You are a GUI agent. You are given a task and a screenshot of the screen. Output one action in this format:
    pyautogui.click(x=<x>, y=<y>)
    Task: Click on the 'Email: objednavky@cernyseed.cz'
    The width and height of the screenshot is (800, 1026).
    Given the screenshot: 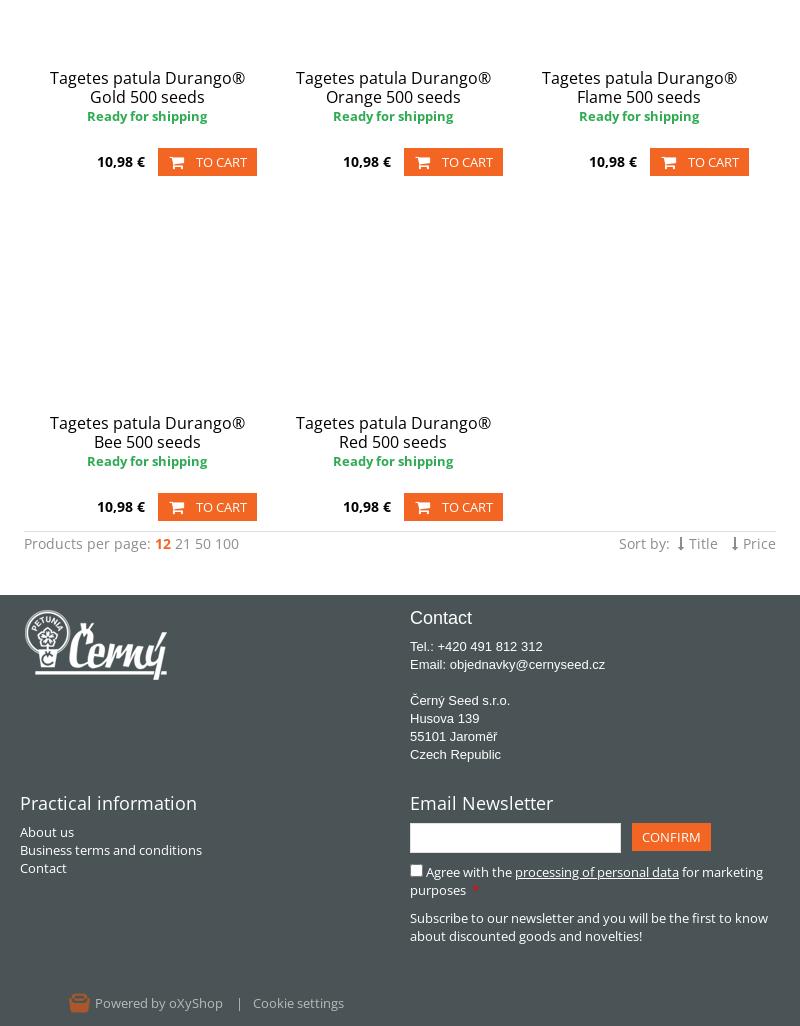 What is the action you would take?
    pyautogui.click(x=506, y=664)
    